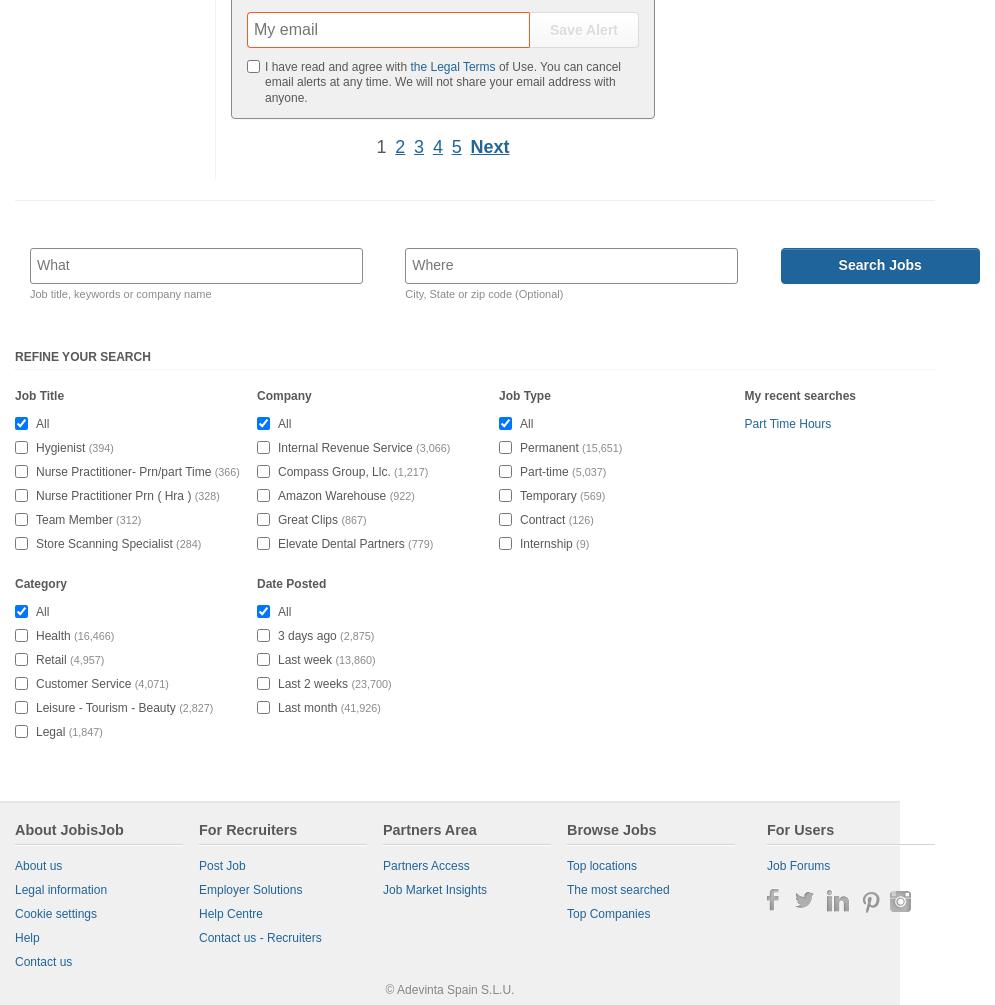  Describe the element at coordinates (418, 147) in the screenshot. I see `'3'` at that location.